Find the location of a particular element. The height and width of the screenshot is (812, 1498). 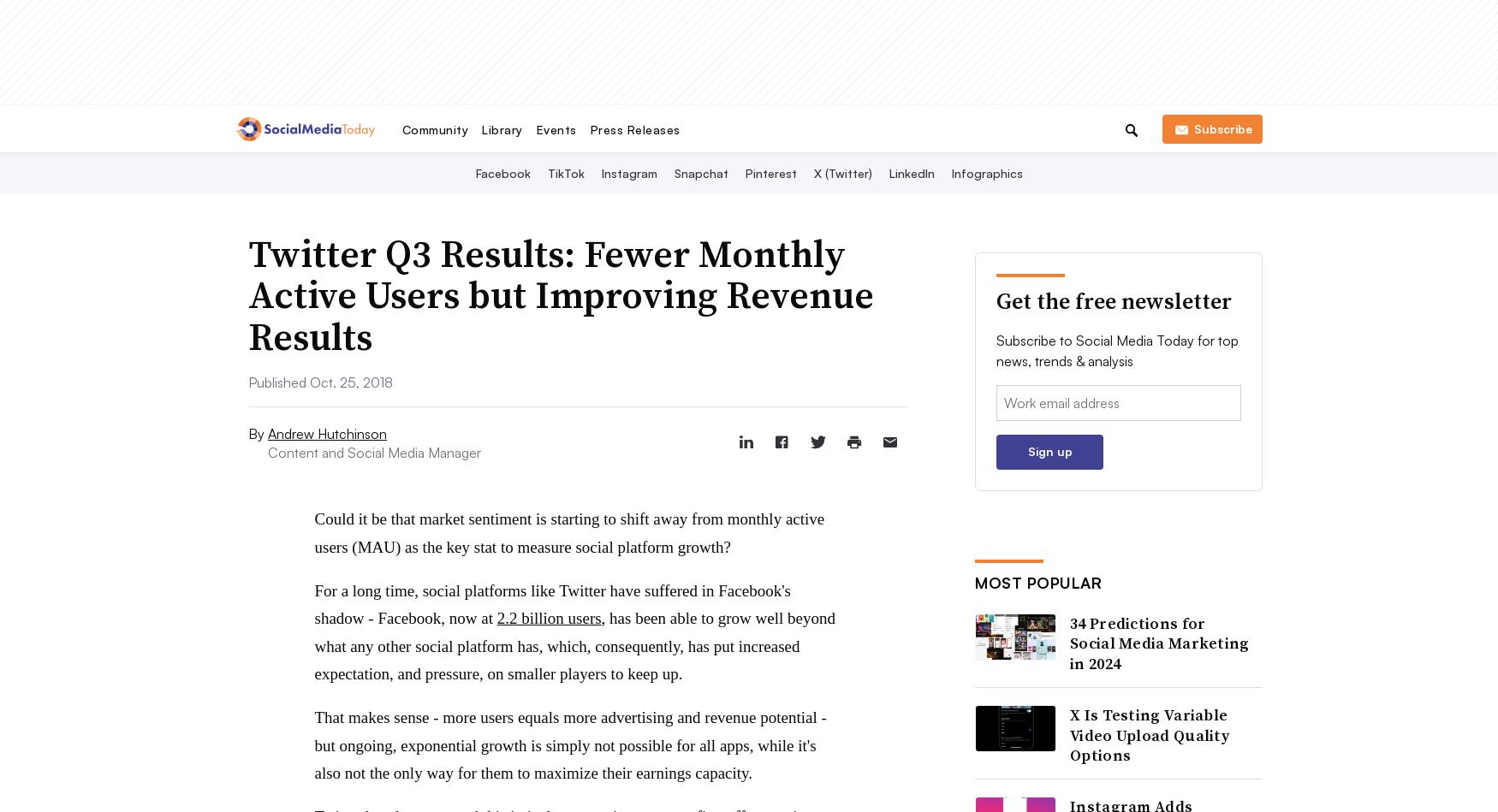

'Topics' is located at coordinates (713, 43).